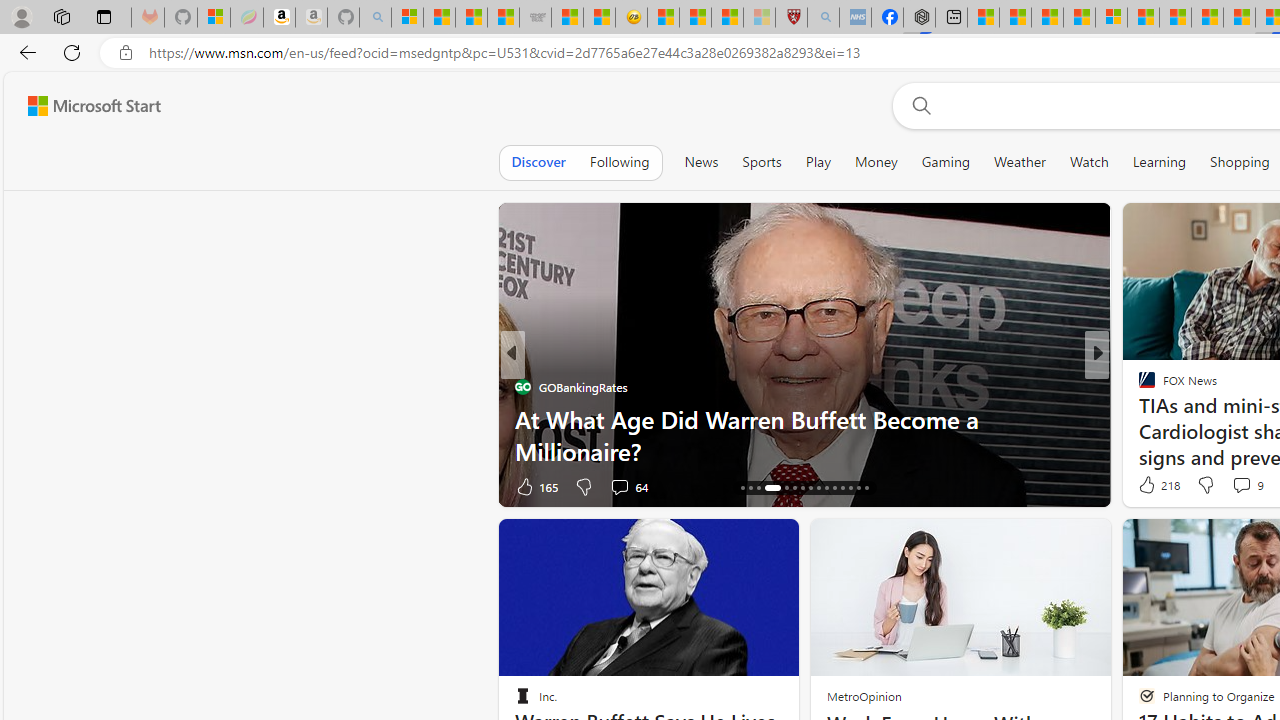 The image size is (1280, 720). Describe the element at coordinates (1247, 486) in the screenshot. I see `'View comments 167 Comment'` at that location.